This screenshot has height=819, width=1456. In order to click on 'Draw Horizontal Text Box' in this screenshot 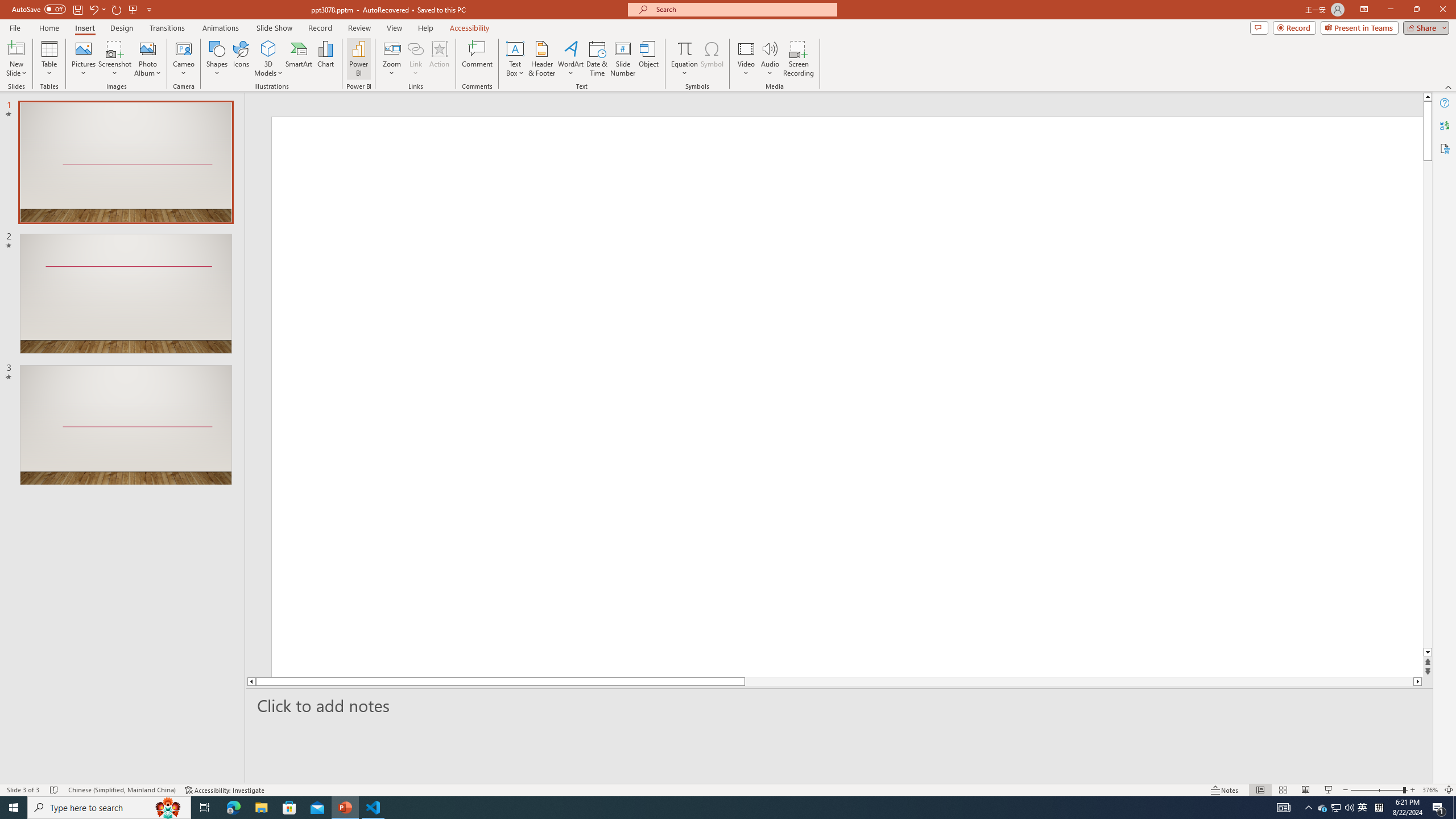, I will do `click(515, 48)`.